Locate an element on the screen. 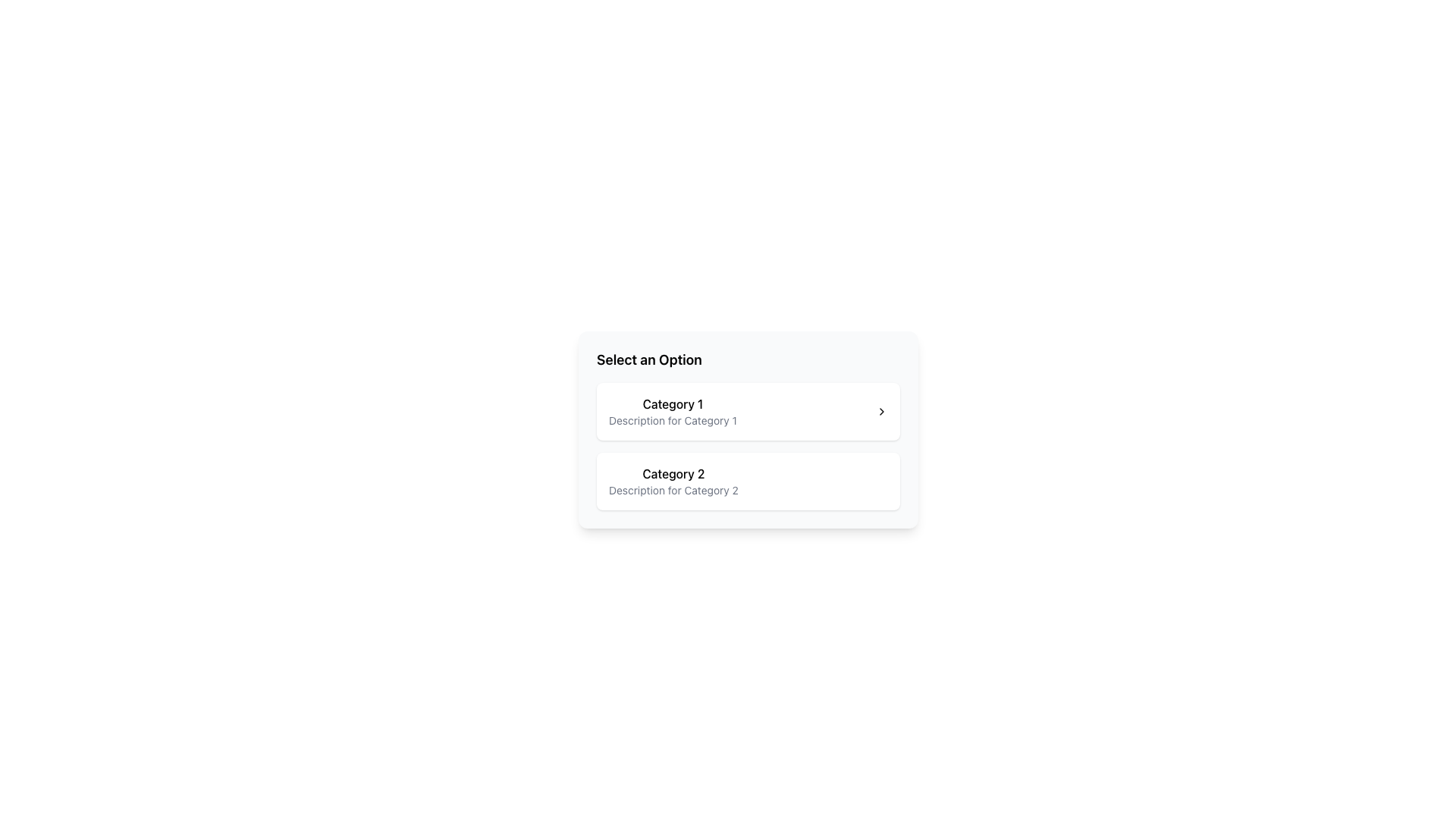 The width and height of the screenshot is (1456, 819). the clickable list item labeled 'Category 1' is located at coordinates (748, 412).